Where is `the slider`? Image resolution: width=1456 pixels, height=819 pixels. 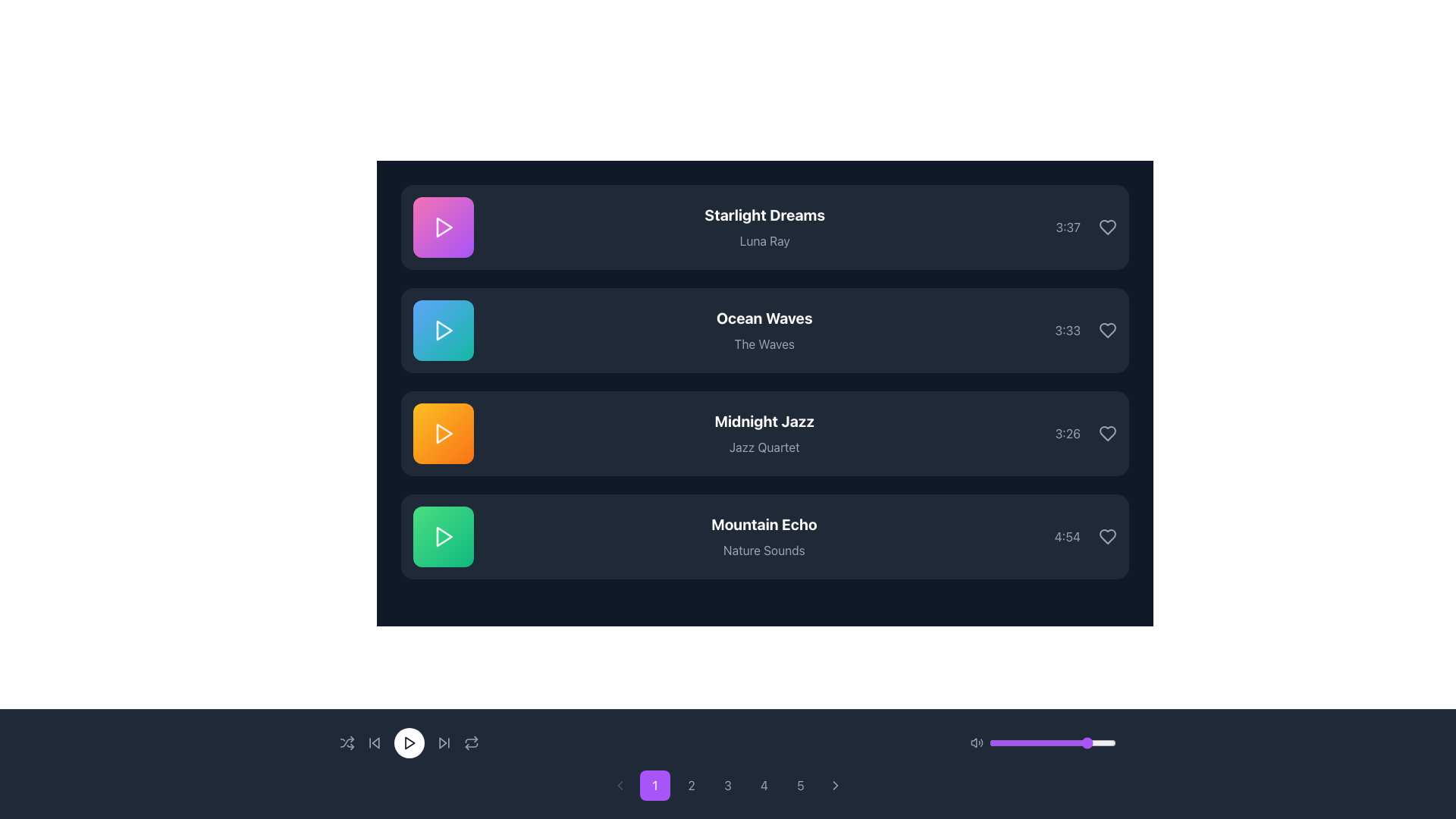
the slider is located at coordinates (1082, 742).